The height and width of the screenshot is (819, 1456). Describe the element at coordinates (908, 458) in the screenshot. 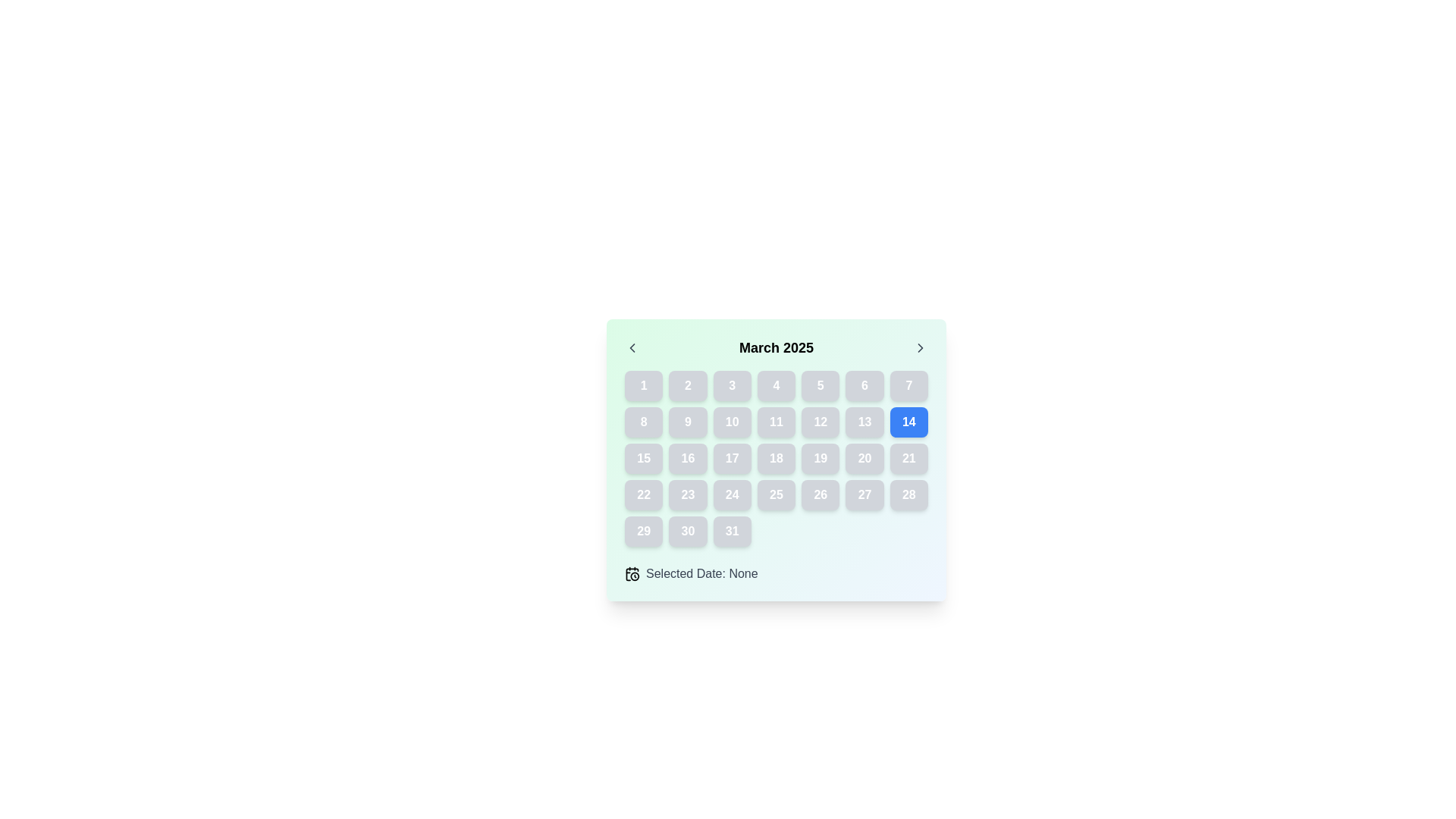

I see `the interactive button representing the date '21' in the calendar` at that location.